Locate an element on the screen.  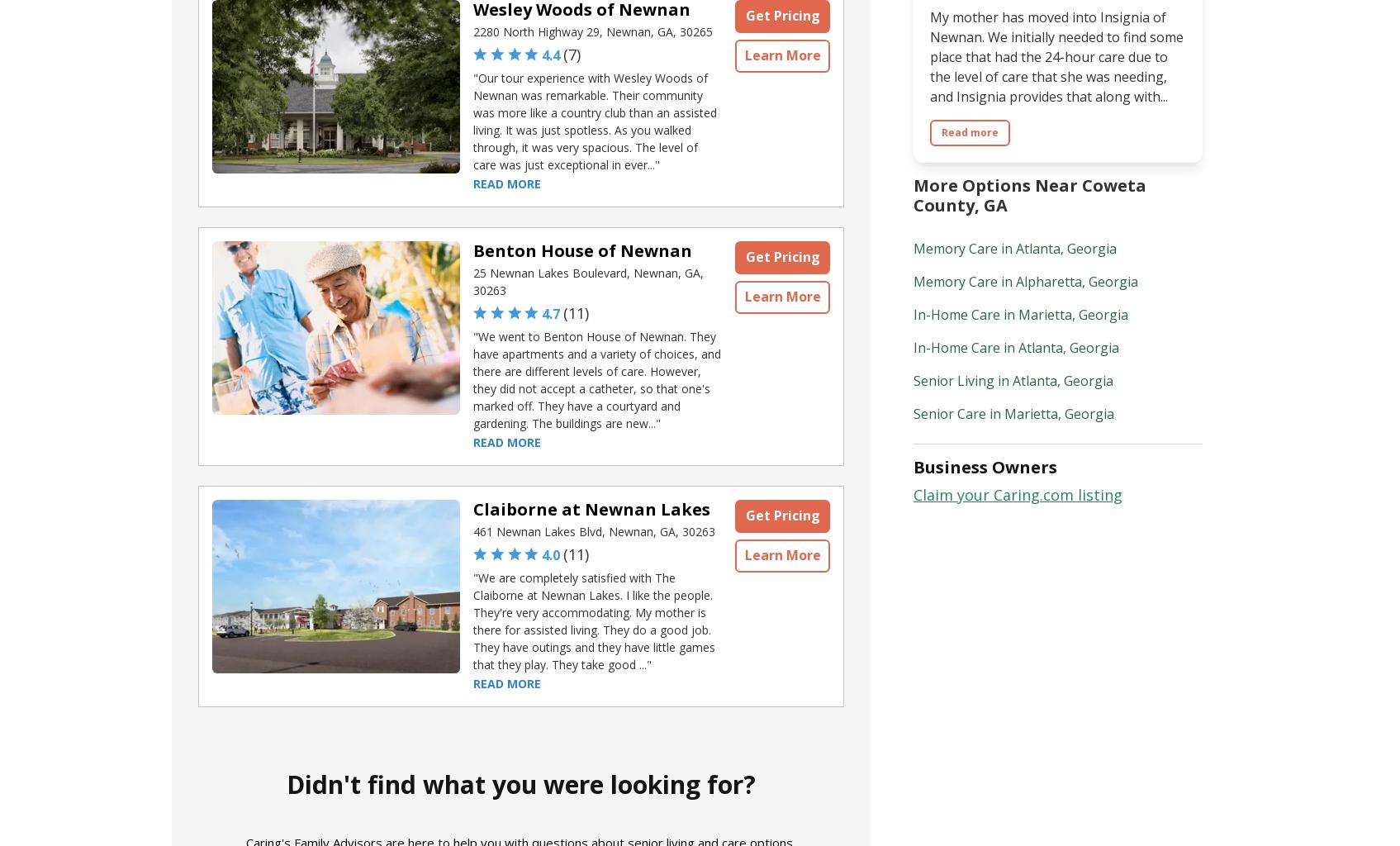
'4.4' is located at coordinates (549, 54).